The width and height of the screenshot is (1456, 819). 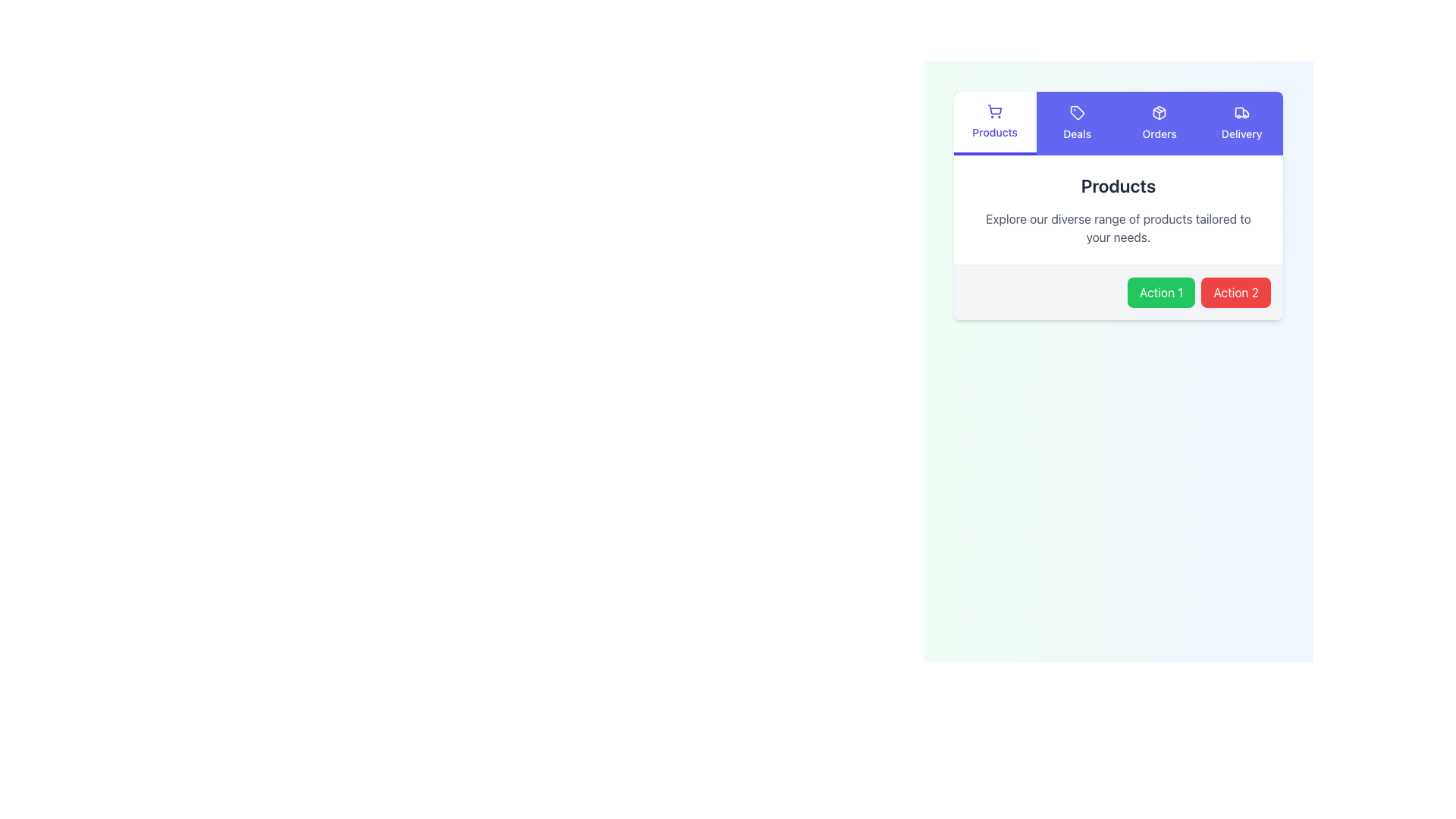 What do you see at coordinates (1076, 112) in the screenshot?
I see `the 'Deals' icon in the top navigation bar, which is positioned between the 'Products' and 'Orders' icons` at bounding box center [1076, 112].